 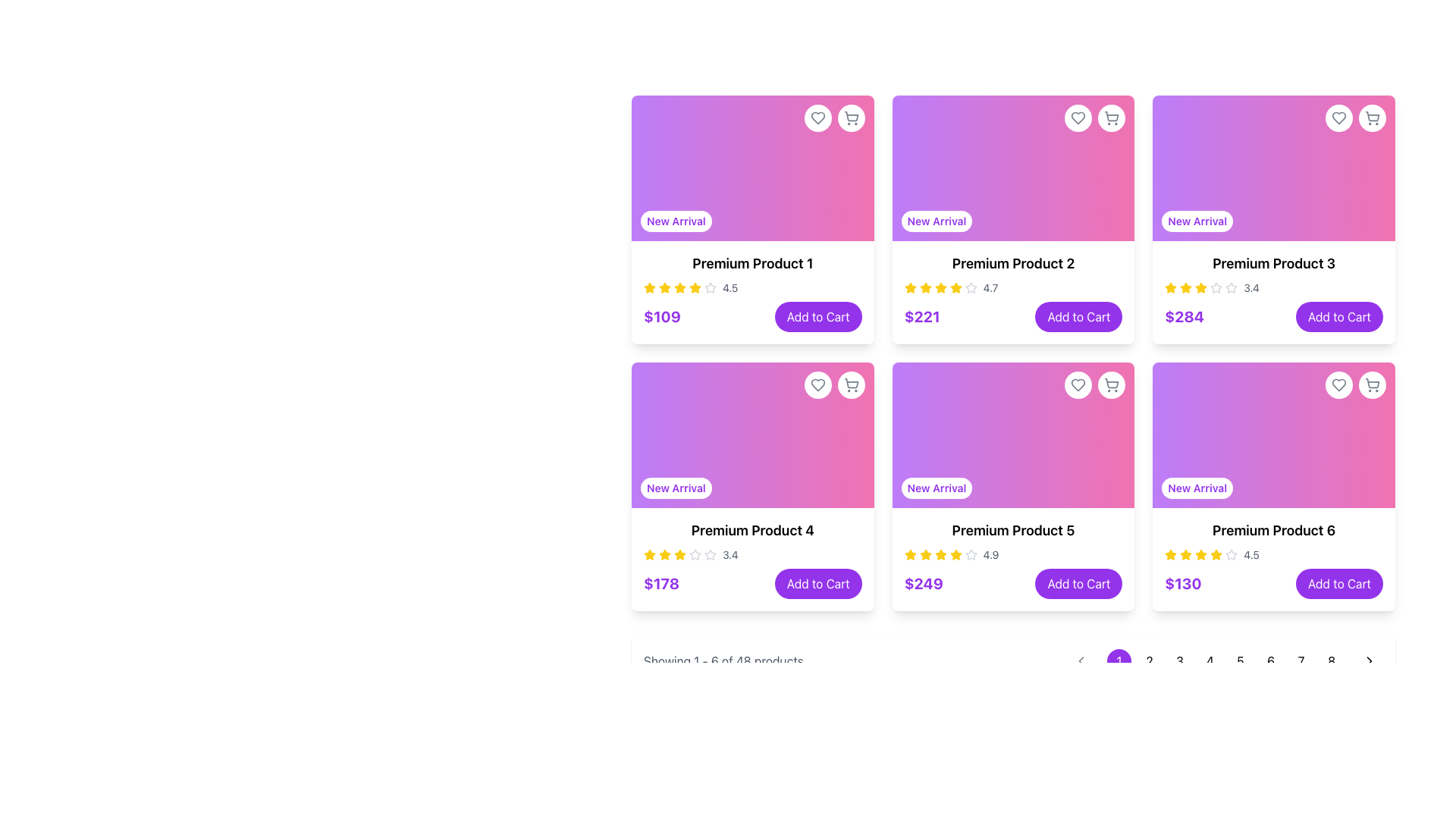 What do you see at coordinates (661, 583) in the screenshot?
I see `price value displayed in the bold purple text label showing '$178', located below the star ratings for 'Premium Product 4'` at bounding box center [661, 583].